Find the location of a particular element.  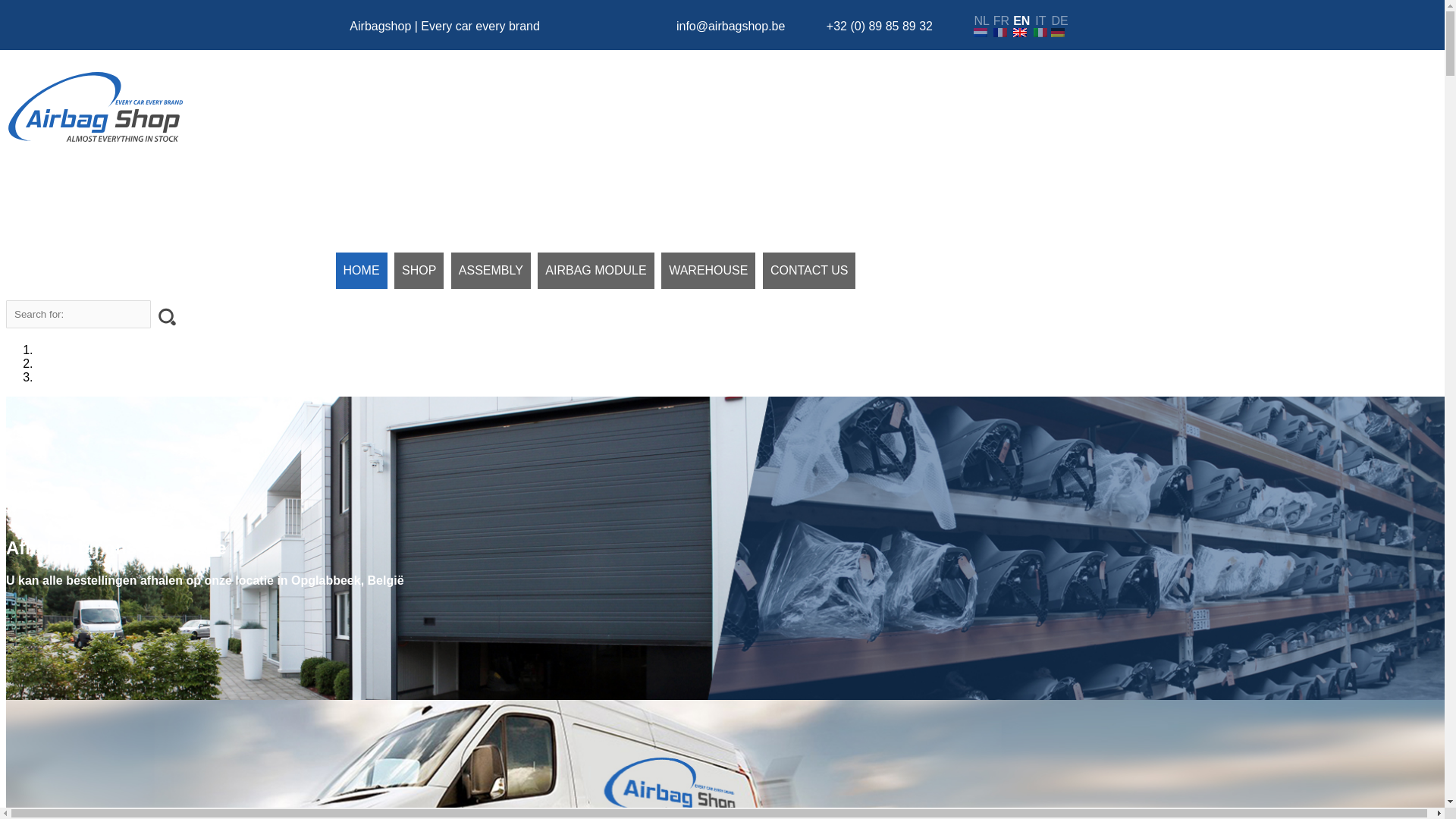

'HOME' is located at coordinates (360, 270).